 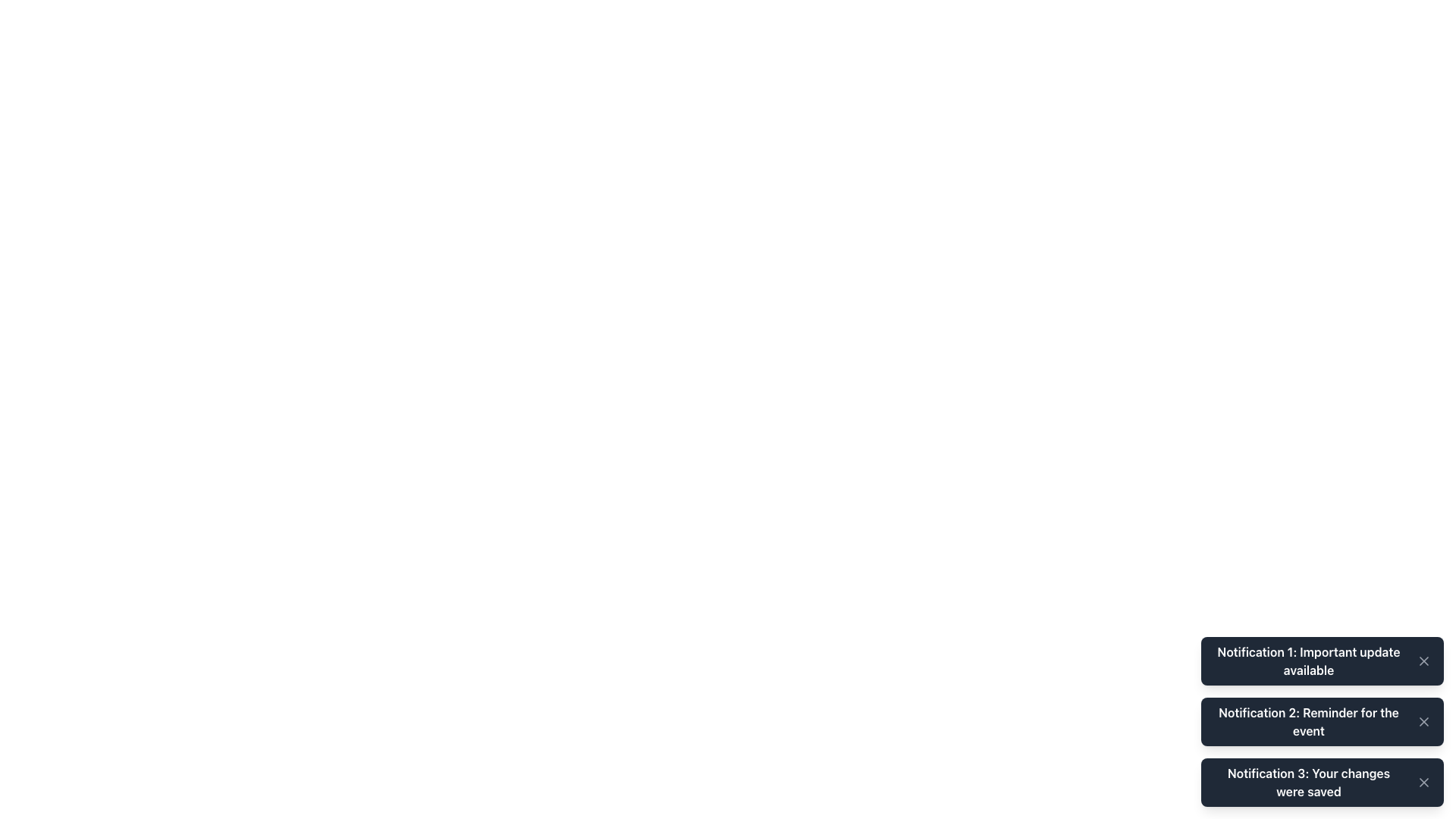 I want to click on the close icon button located at the rightmost end of the notification box labeled 'Notification 3: Your changes were saved', so click(x=1423, y=783).